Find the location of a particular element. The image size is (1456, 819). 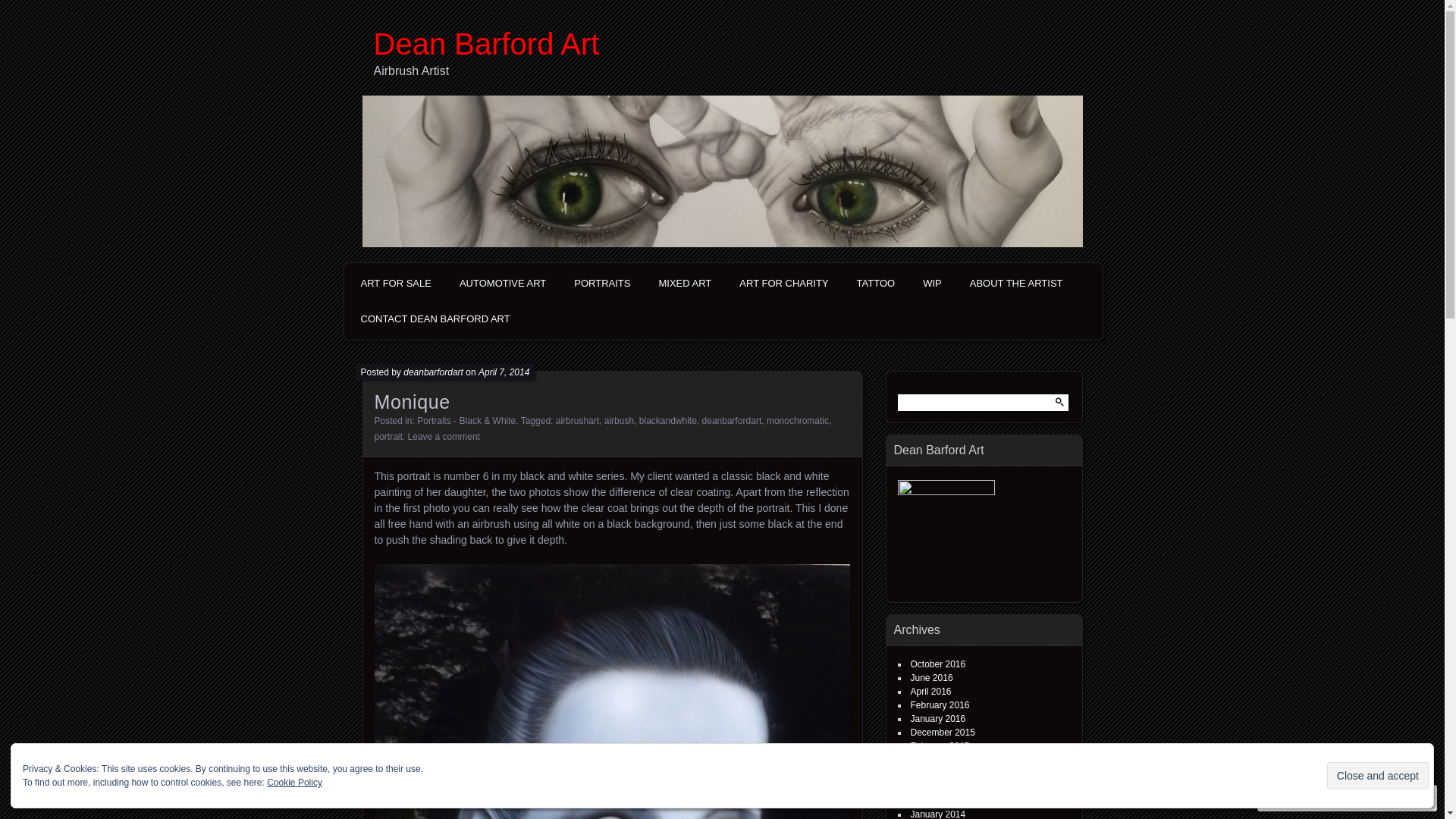

'ART FOR SALE' is located at coordinates (348, 284).